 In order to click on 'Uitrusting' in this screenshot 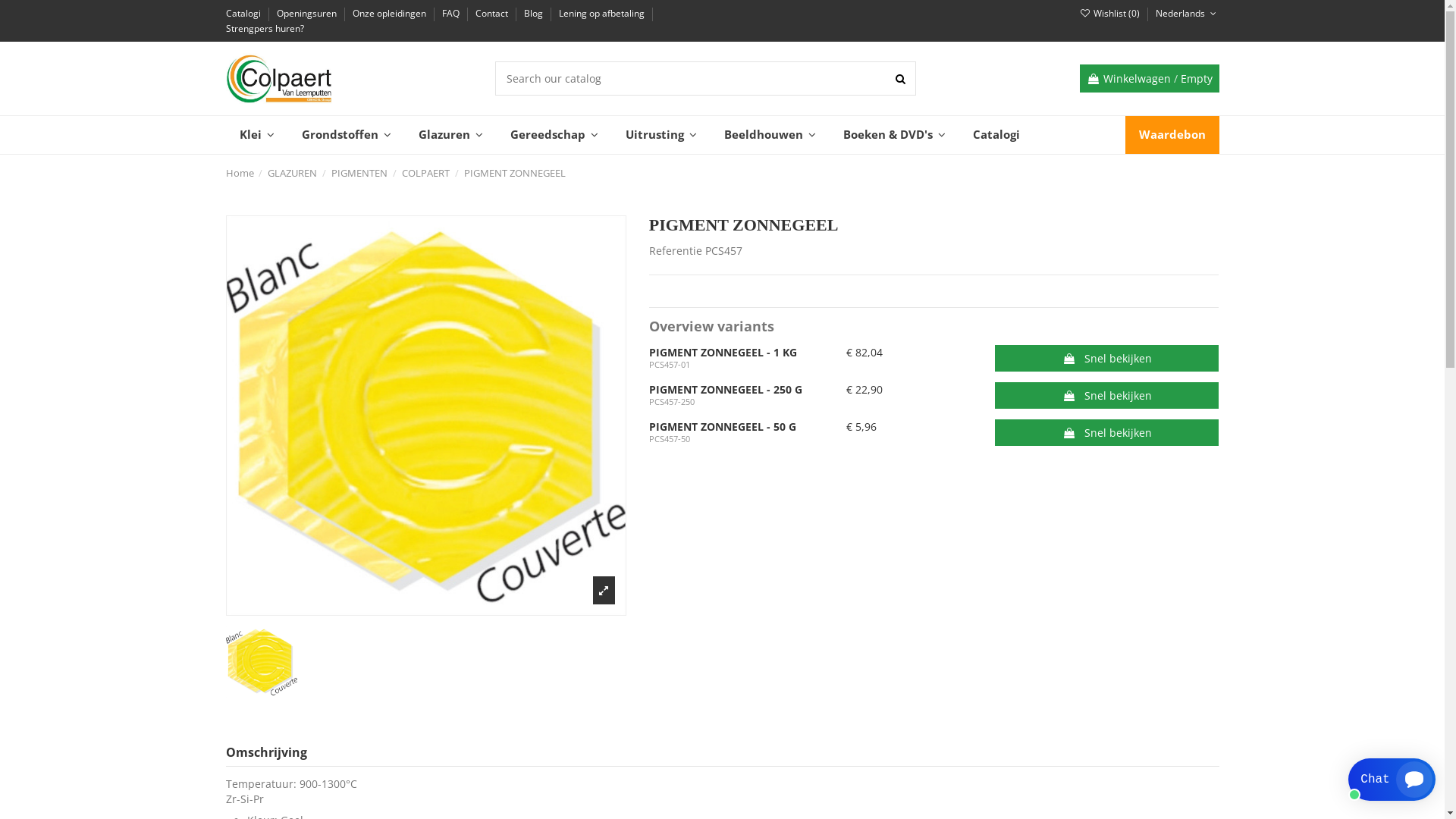, I will do `click(660, 133)`.